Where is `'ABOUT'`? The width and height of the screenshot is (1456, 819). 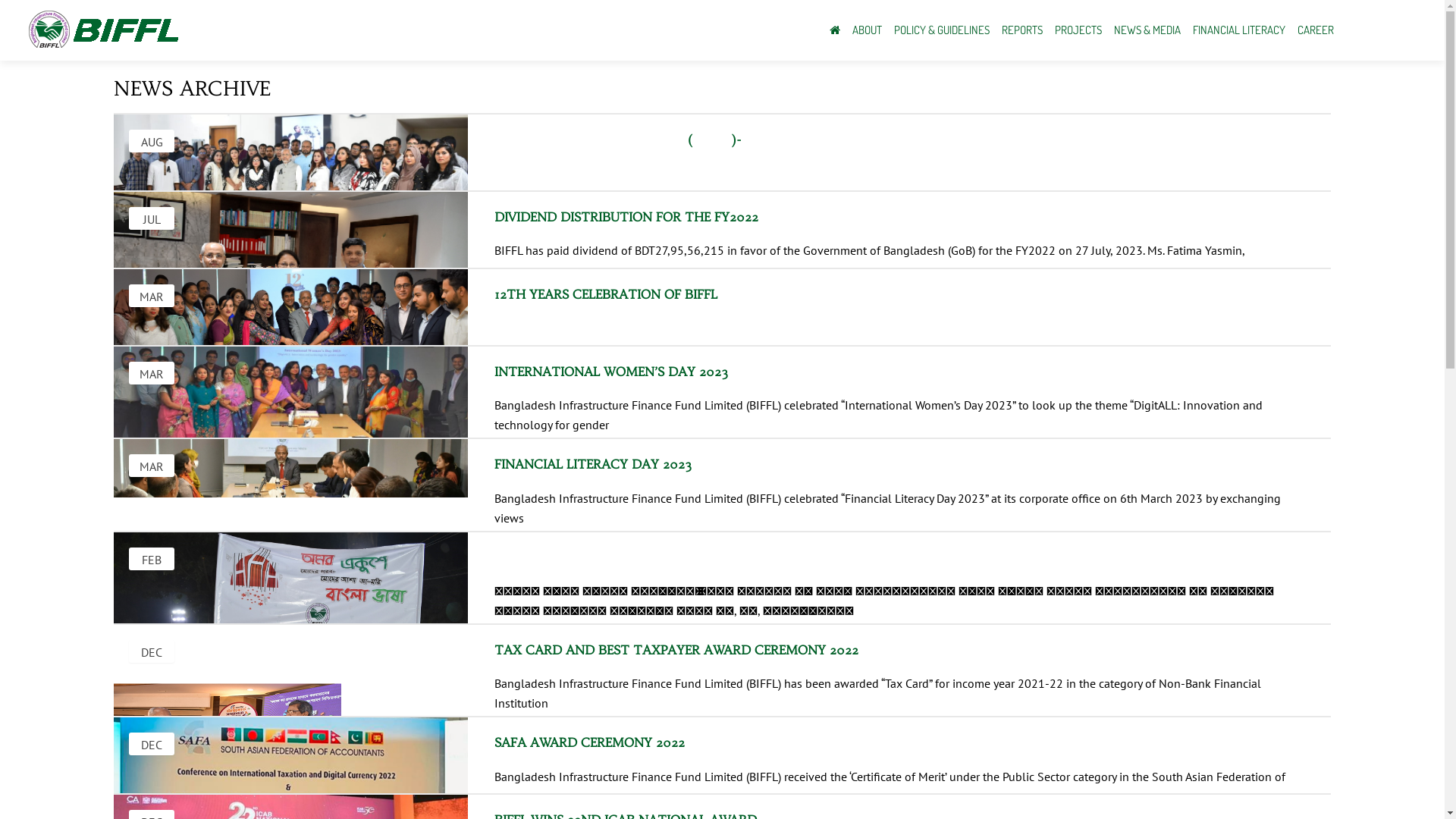
'ABOUT' is located at coordinates (867, 30).